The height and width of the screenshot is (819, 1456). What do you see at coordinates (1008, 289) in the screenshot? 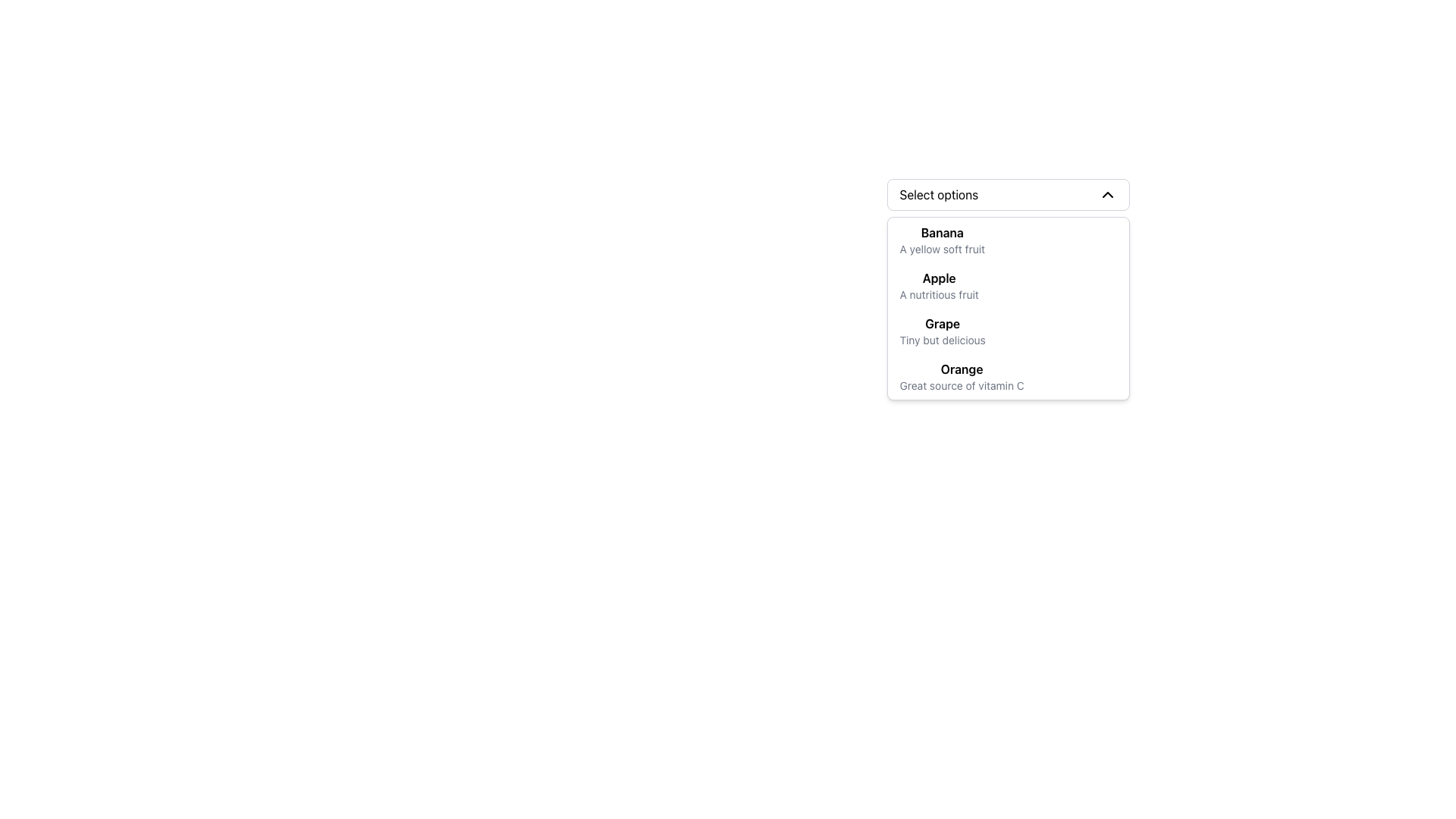
I see `the 'Apple' option in the dropdown menu located under 'Select options'` at bounding box center [1008, 289].